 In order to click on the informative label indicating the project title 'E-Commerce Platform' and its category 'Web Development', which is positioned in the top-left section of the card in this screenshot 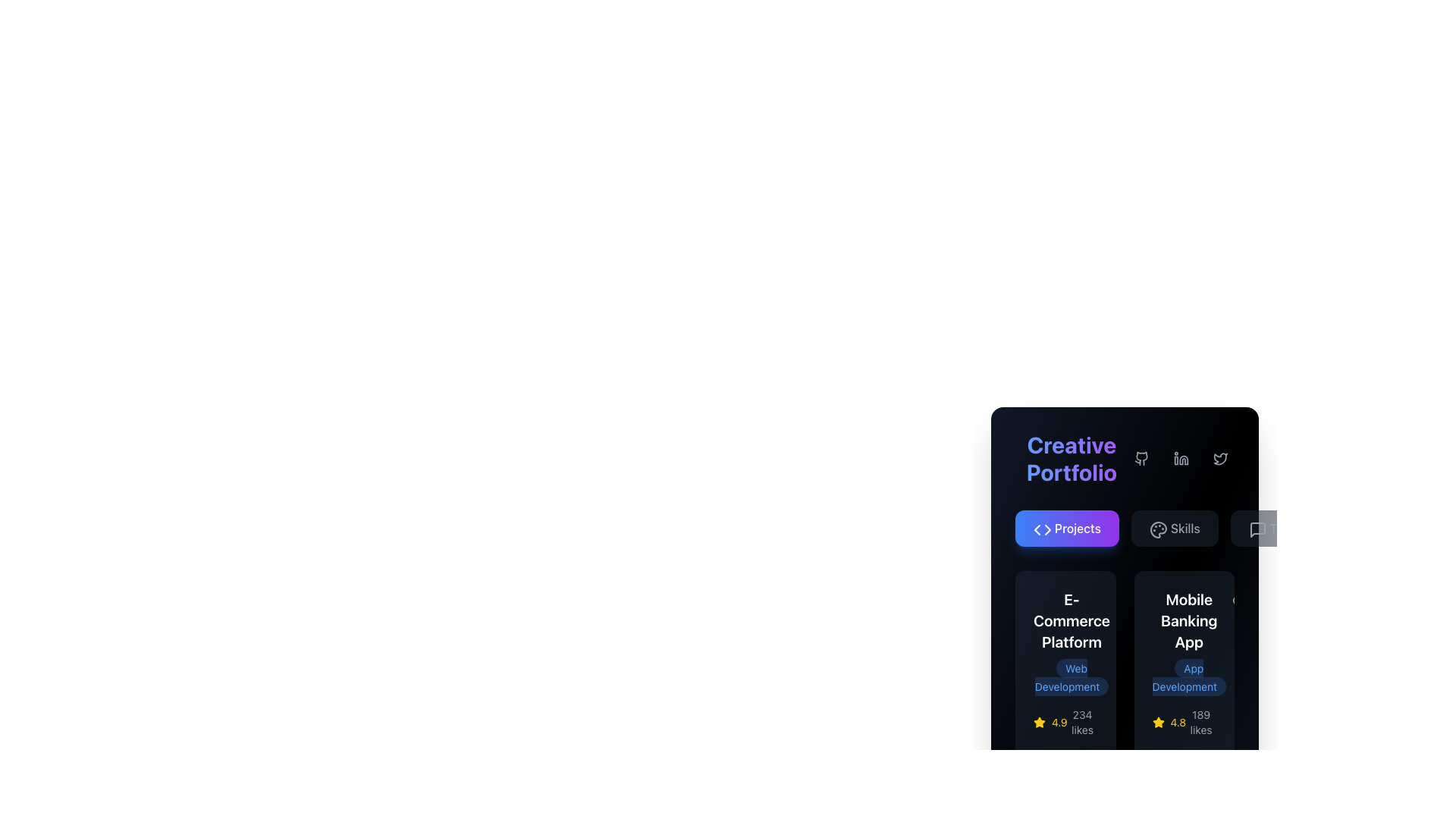, I will do `click(1071, 642)`.